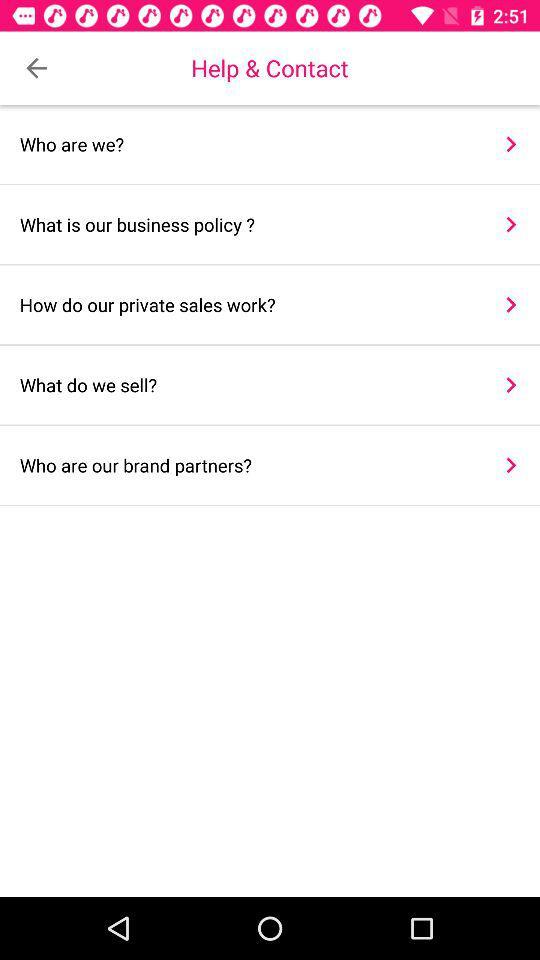  I want to click on the item above the how do our icon, so click(247, 224).